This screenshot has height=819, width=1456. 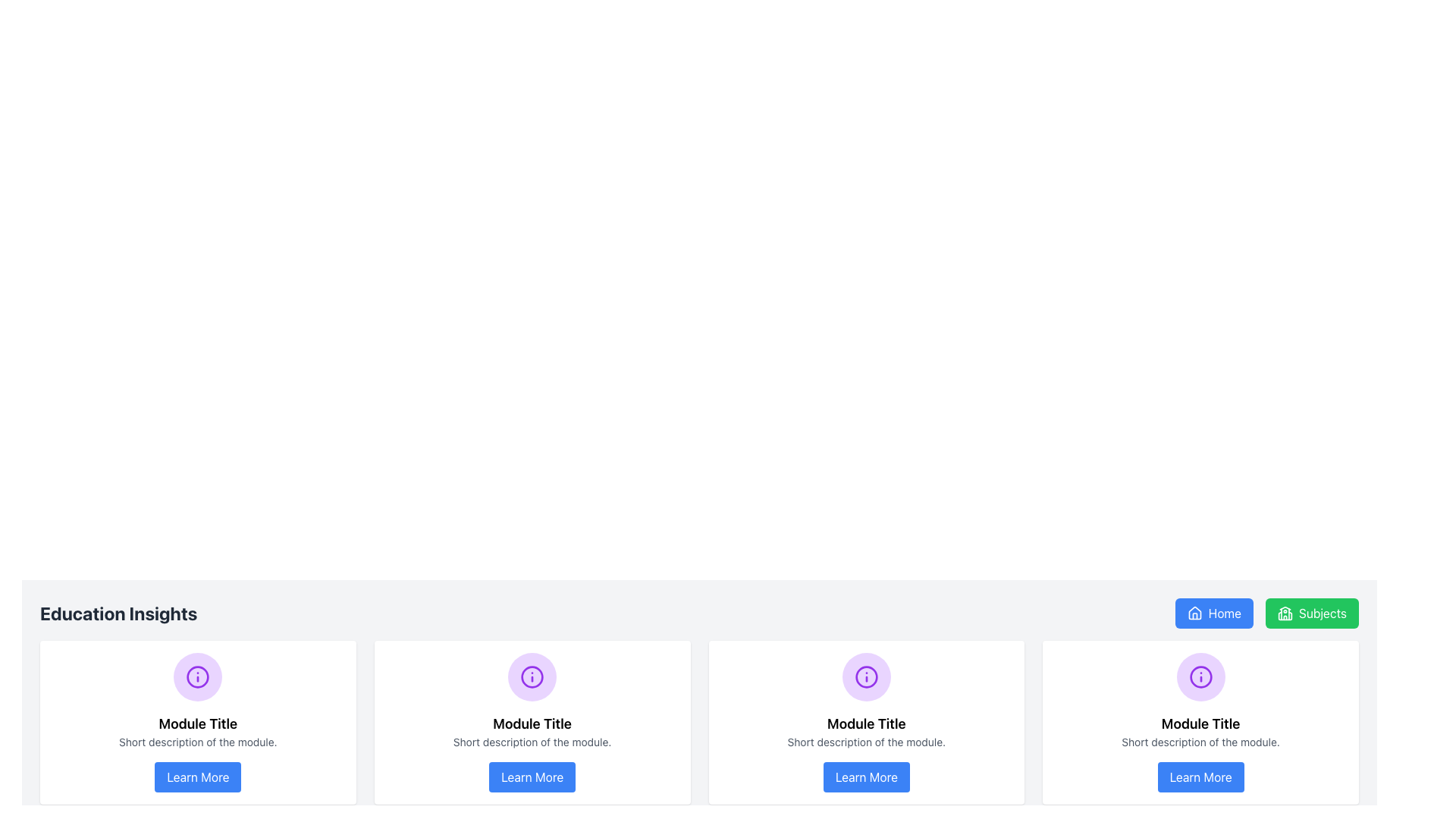 I want to click on the text label located directly underneath the title 'Module Title', which serves as a short descriptive text for the module contents, so click(x=532, y=742).